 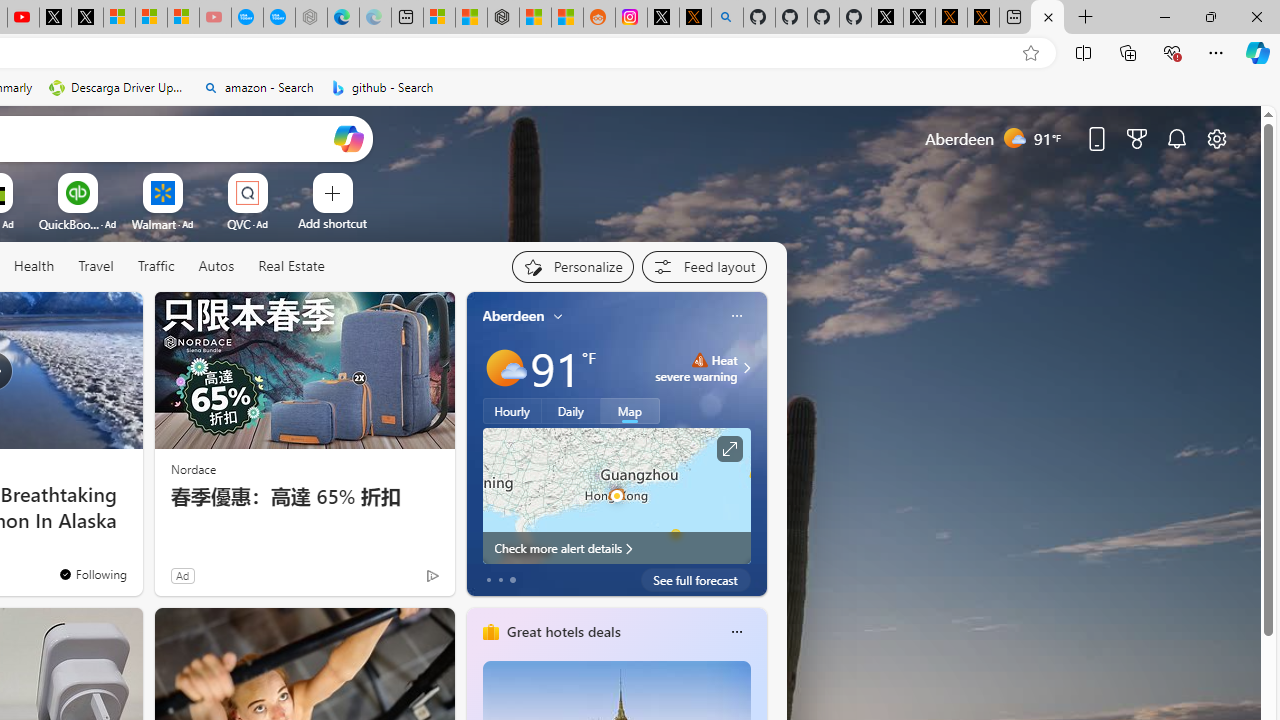 I want to click on 'Microsoft rewards', so click(x=1137, y=137).